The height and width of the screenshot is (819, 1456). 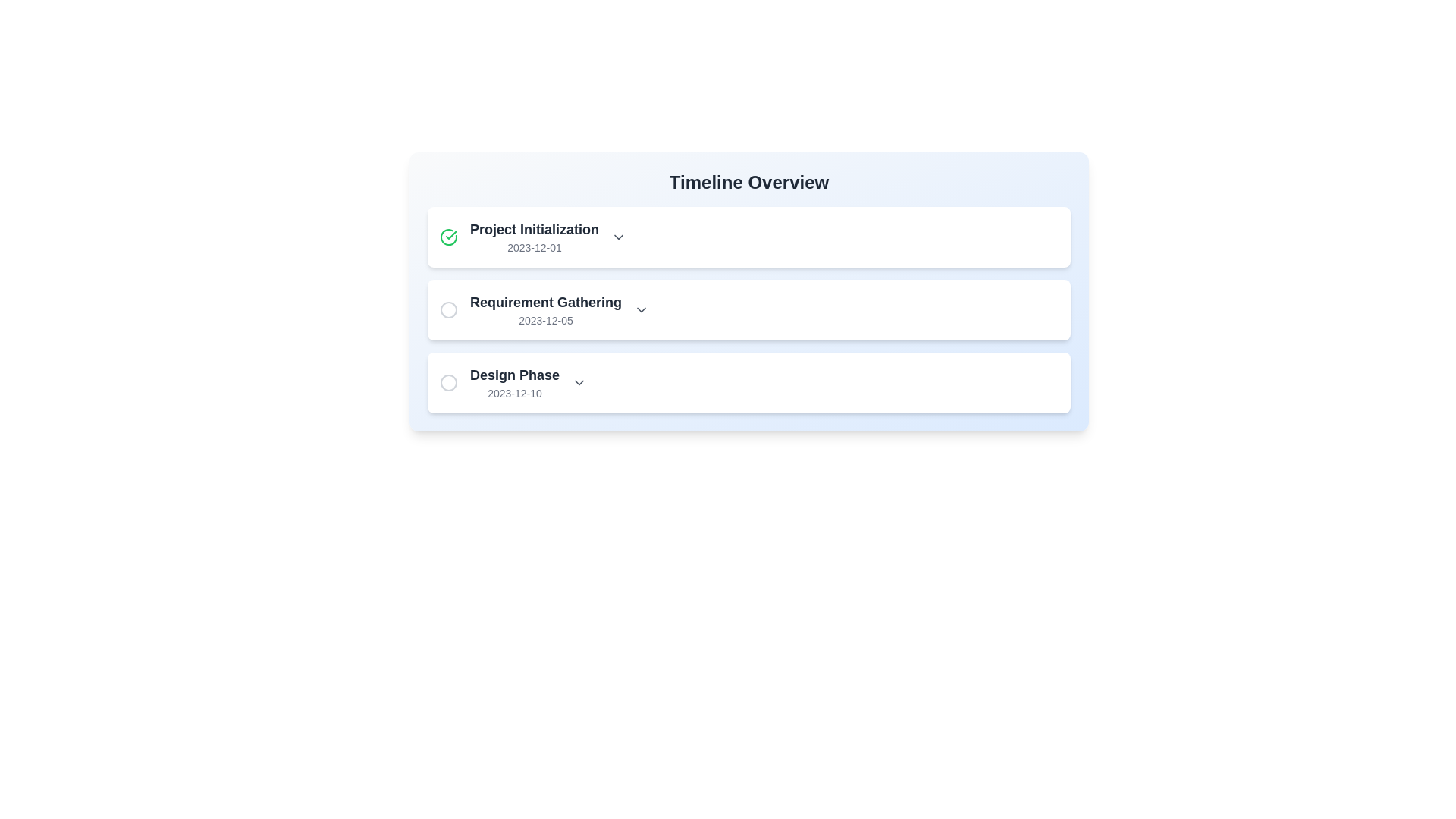 I want to click on the second list item, so click(x=546, y=309).